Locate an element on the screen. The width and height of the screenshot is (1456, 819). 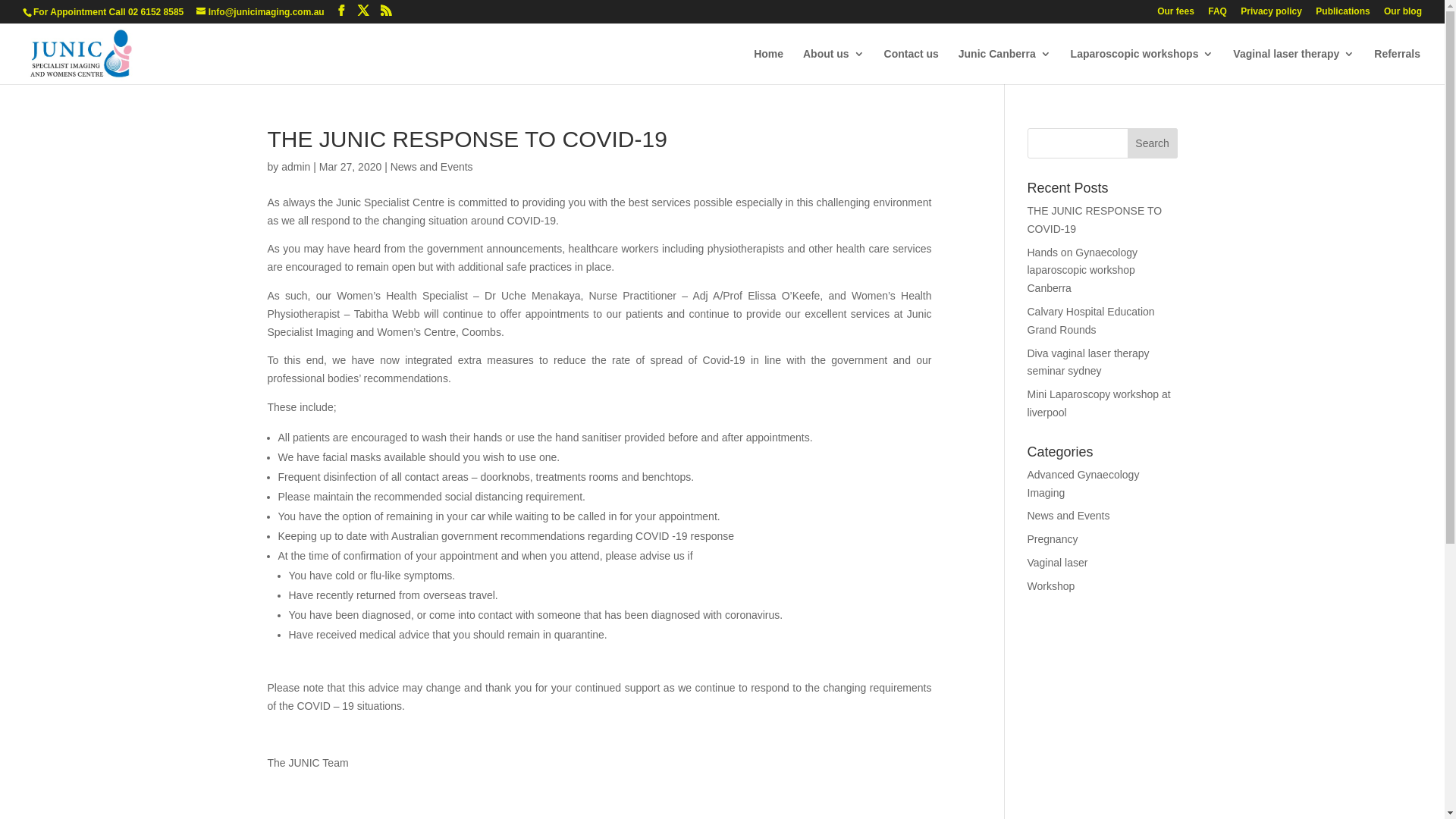
'Info@junicimaging.com.au' is located at coordinates (260, 11).